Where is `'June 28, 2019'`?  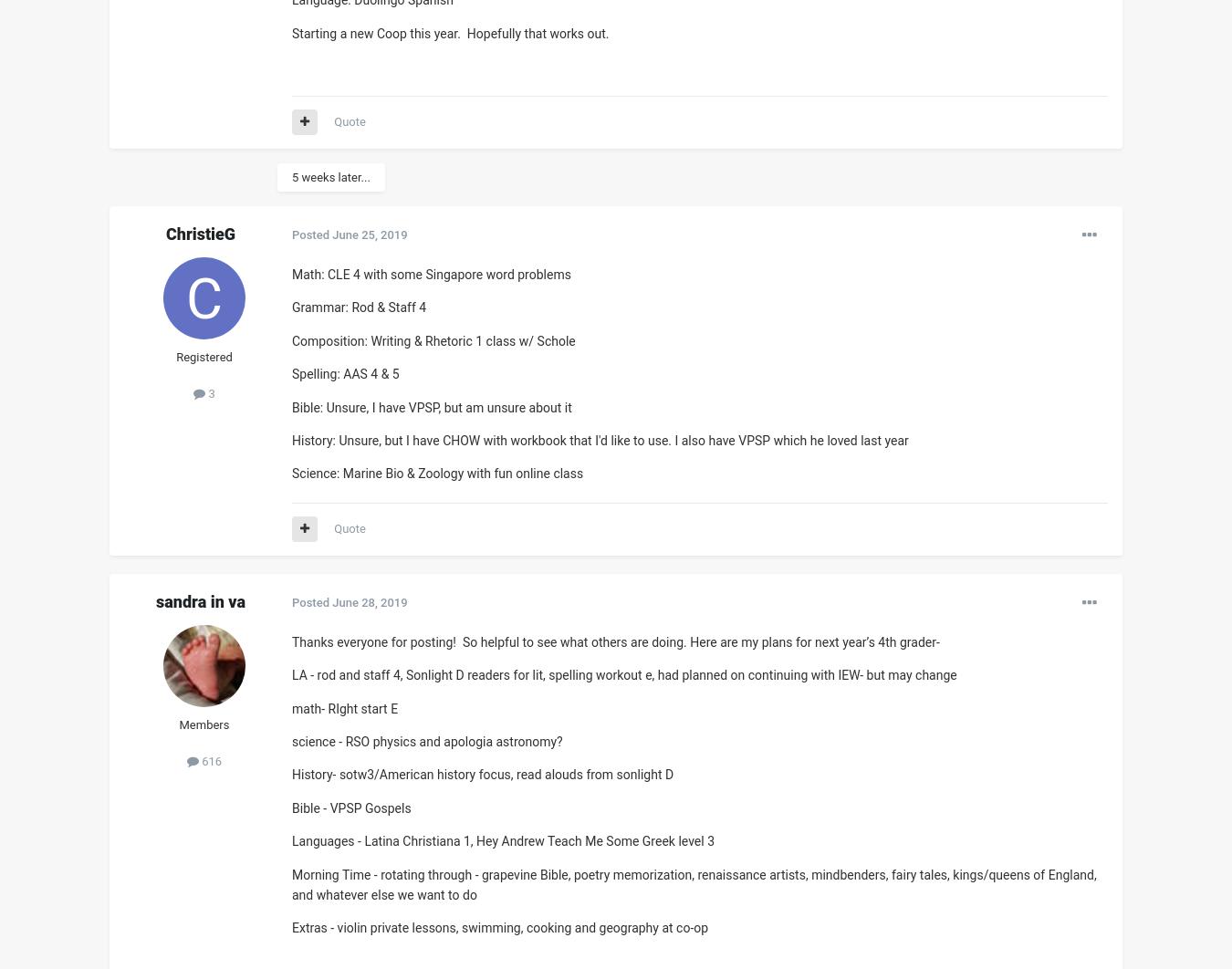 'June 28, 2019' is located at coordinates (370, 601).